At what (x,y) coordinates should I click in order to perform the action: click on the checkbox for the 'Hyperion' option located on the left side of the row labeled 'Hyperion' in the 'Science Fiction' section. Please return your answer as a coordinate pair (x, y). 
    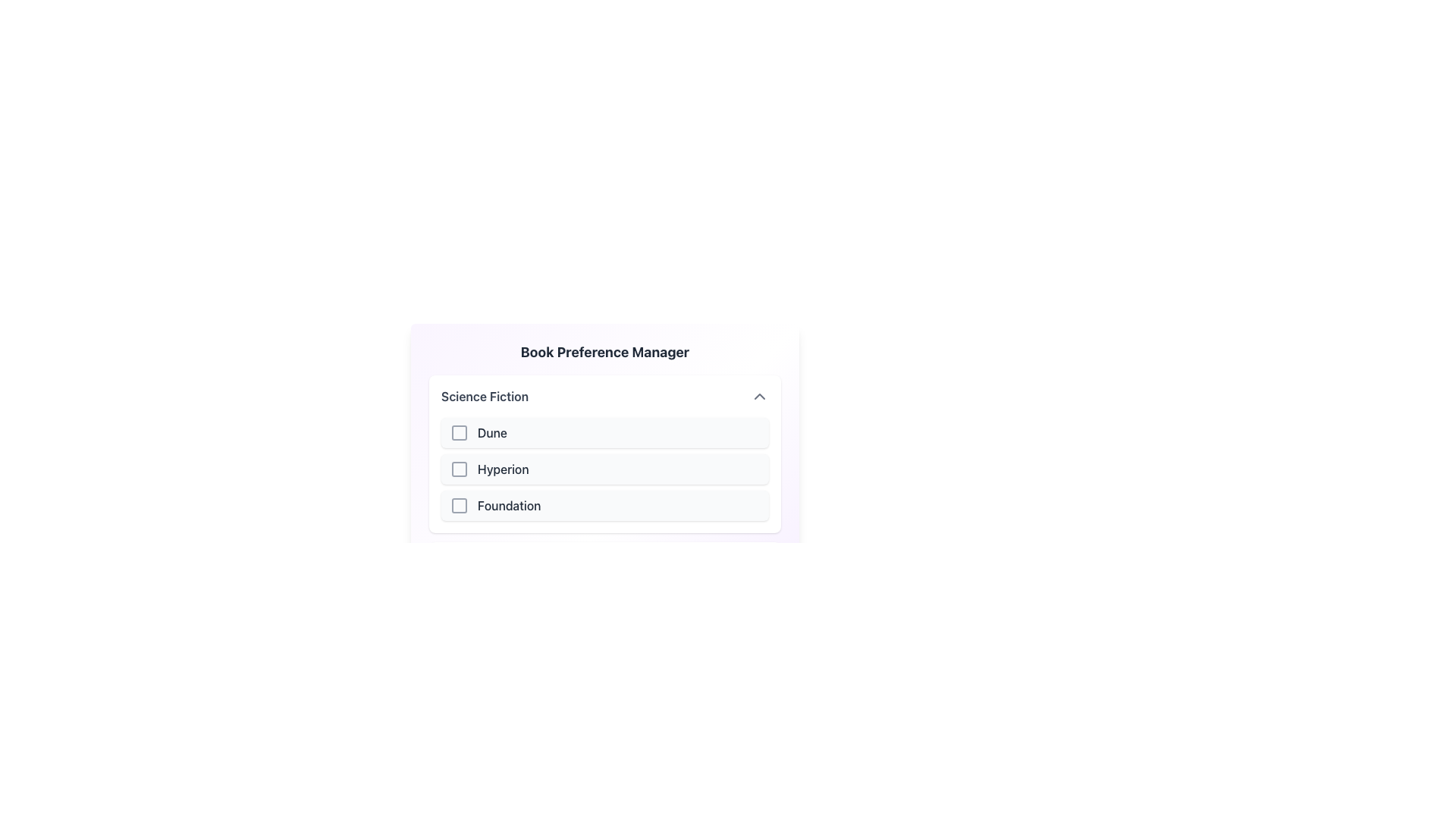
    Looking at the image, I should click on (458, 468).